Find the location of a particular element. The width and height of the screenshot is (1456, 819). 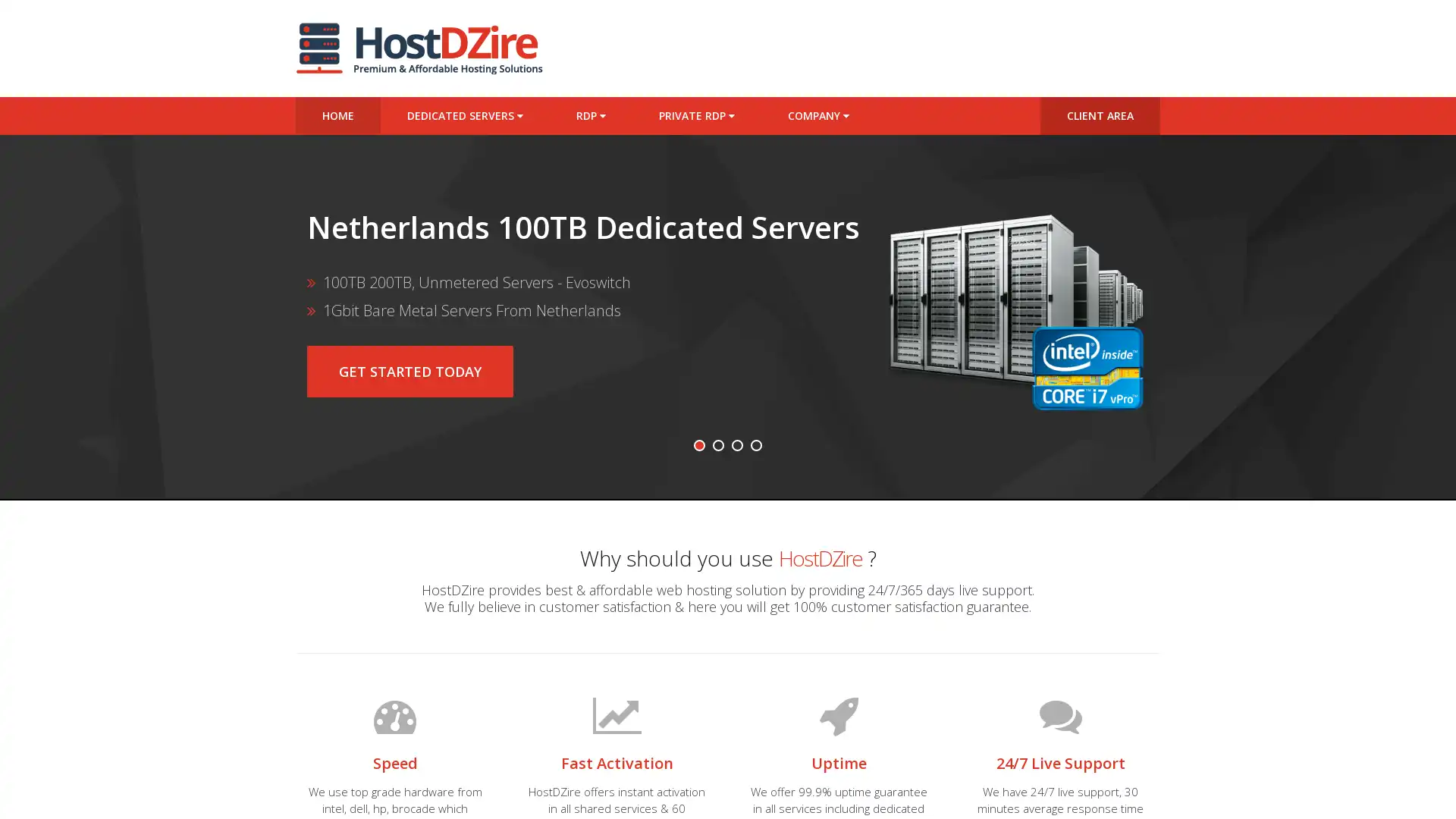

RDP is located at coordinates (590, 115).